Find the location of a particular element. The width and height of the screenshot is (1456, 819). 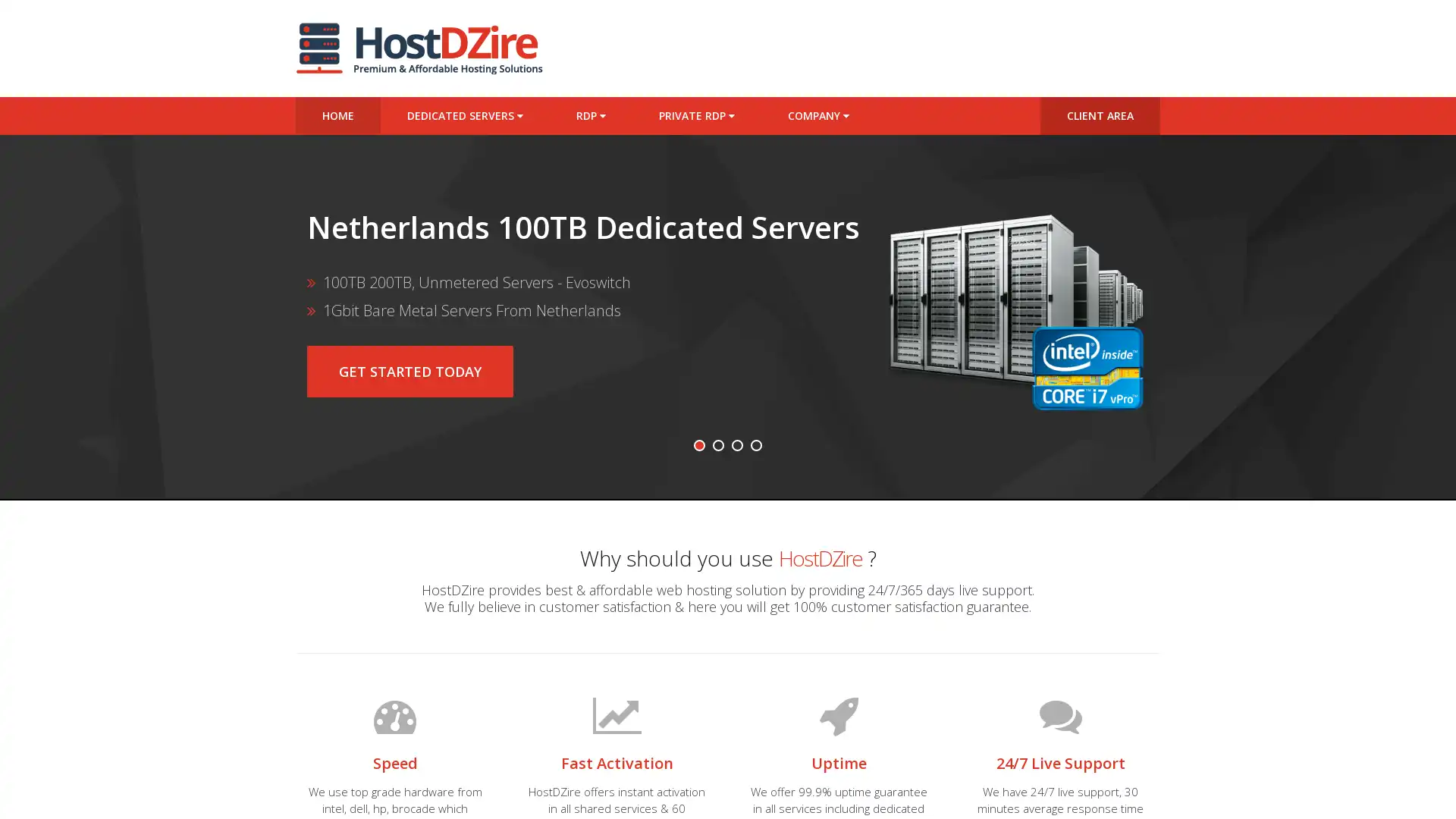

RDP is located at coordinates (590, 115).